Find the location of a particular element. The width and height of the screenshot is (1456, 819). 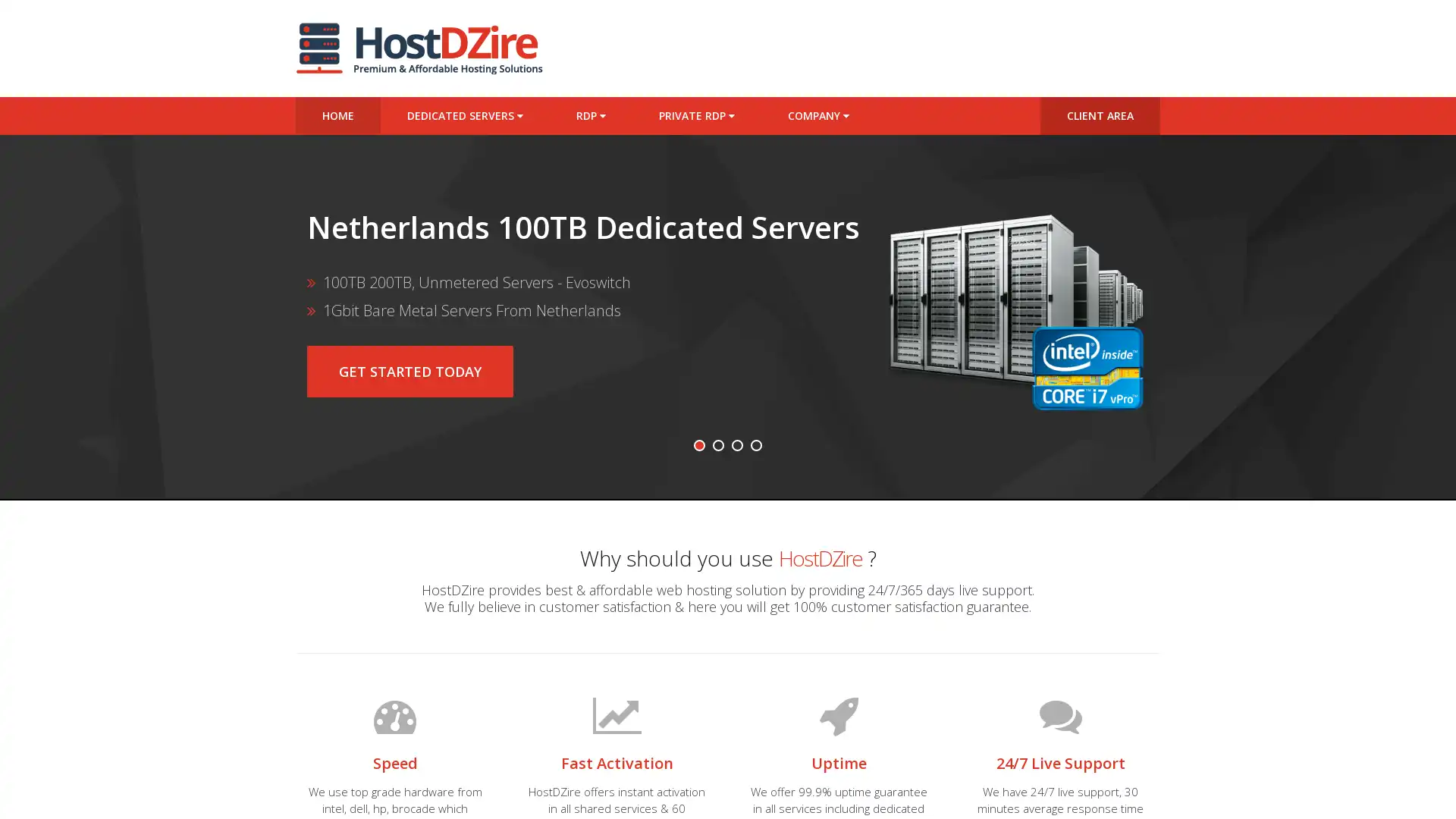

RDP is located at coordinates (590, 115).